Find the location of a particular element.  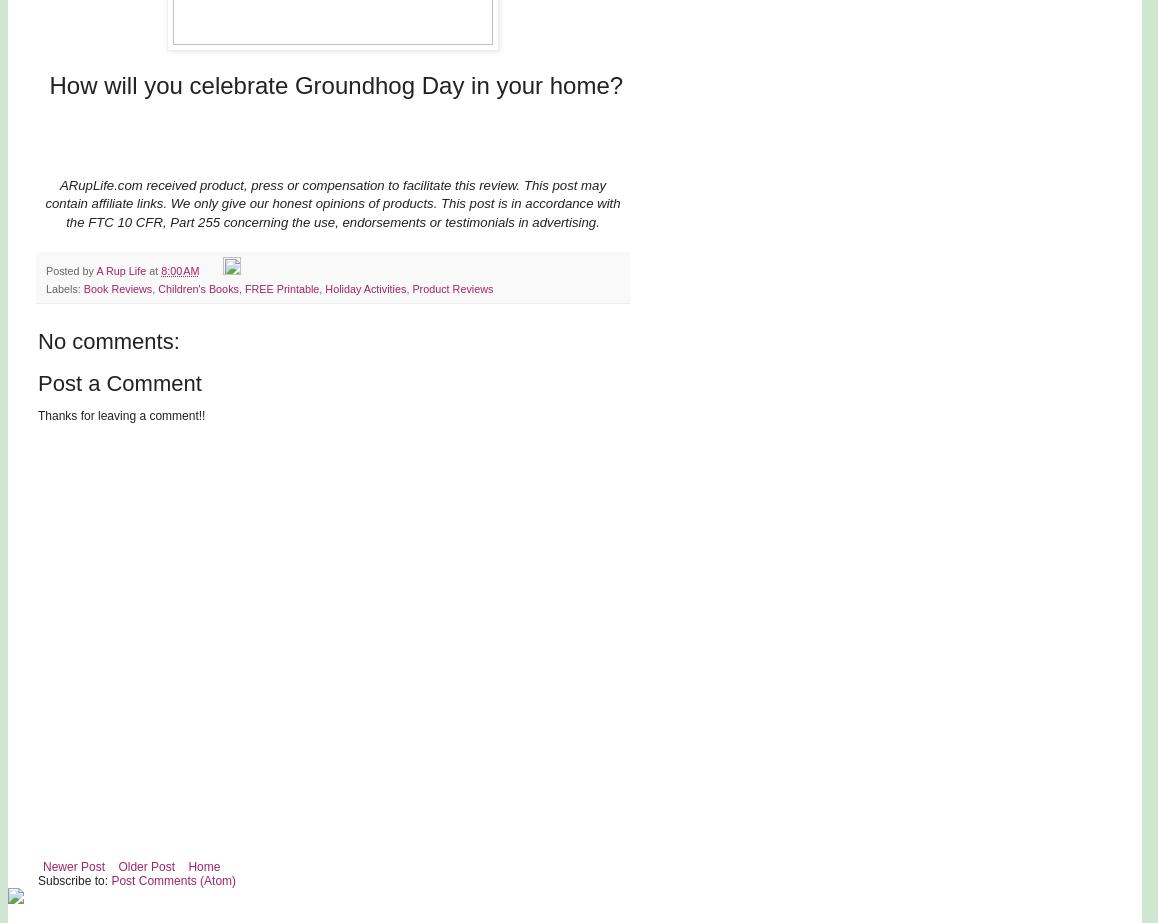

'Labels:' is located at coordinates (64, 287).